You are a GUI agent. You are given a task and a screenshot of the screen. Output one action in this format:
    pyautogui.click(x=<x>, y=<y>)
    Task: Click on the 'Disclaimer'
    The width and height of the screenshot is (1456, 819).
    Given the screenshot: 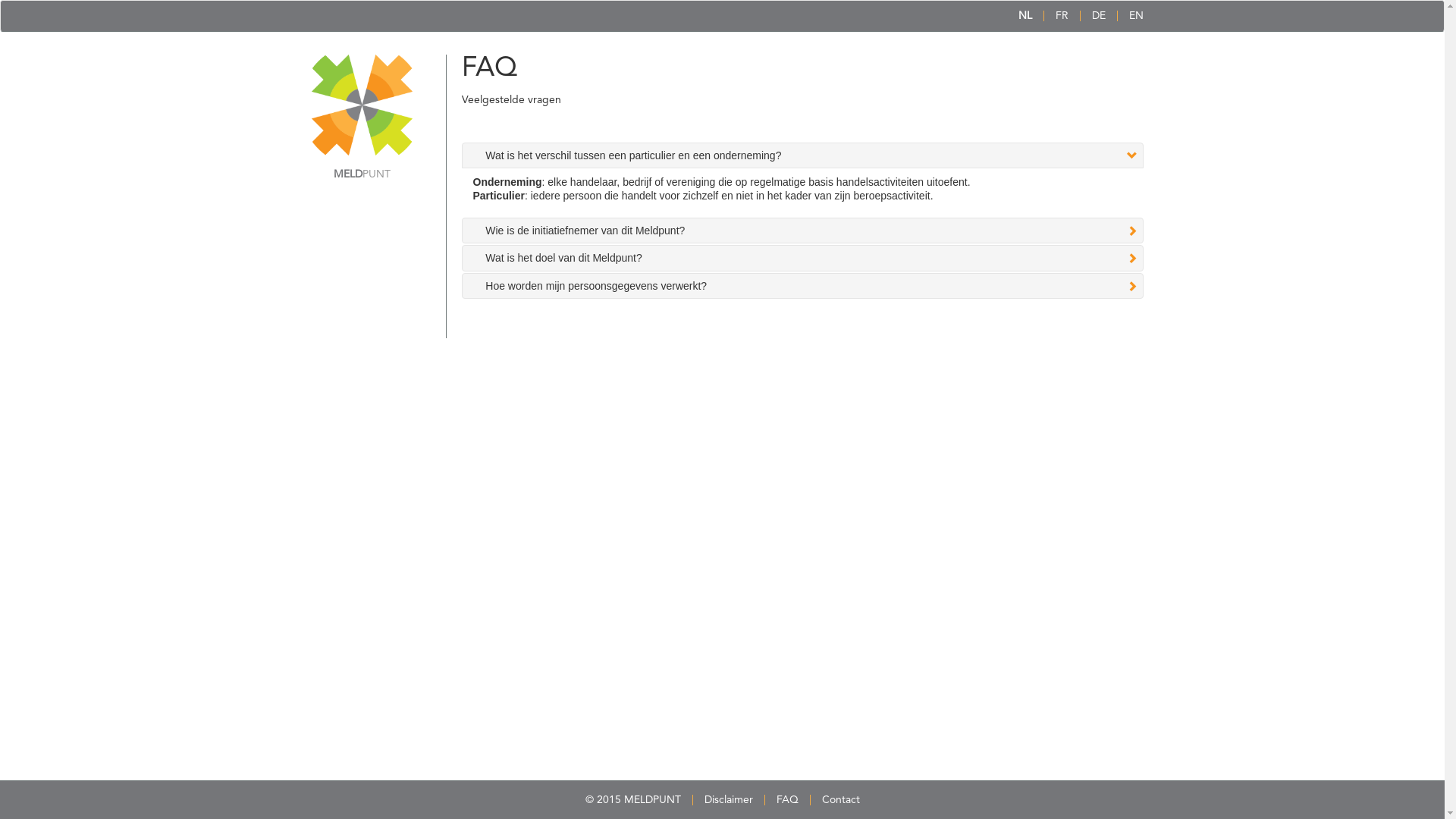 What is the action you would take?
    pyautogui.click(x=728, y=799)
    